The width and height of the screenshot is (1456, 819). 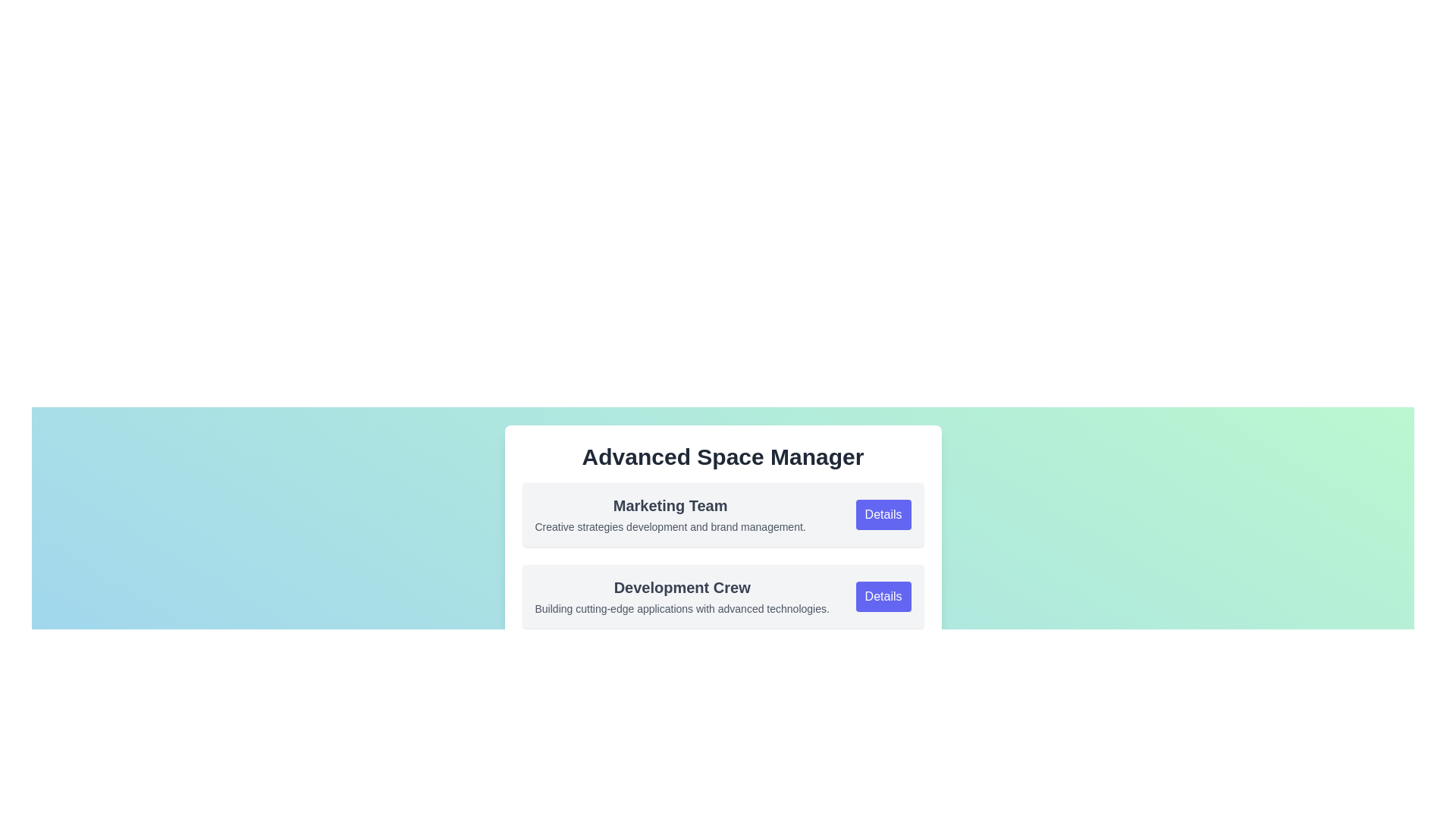 What do you see at coordinates (670, 513) in the screenshot?
I see `the Information Panel displaying details about the 'Marketing Team', located to the left of the 'Details' button` at bounding box center [670, 513].